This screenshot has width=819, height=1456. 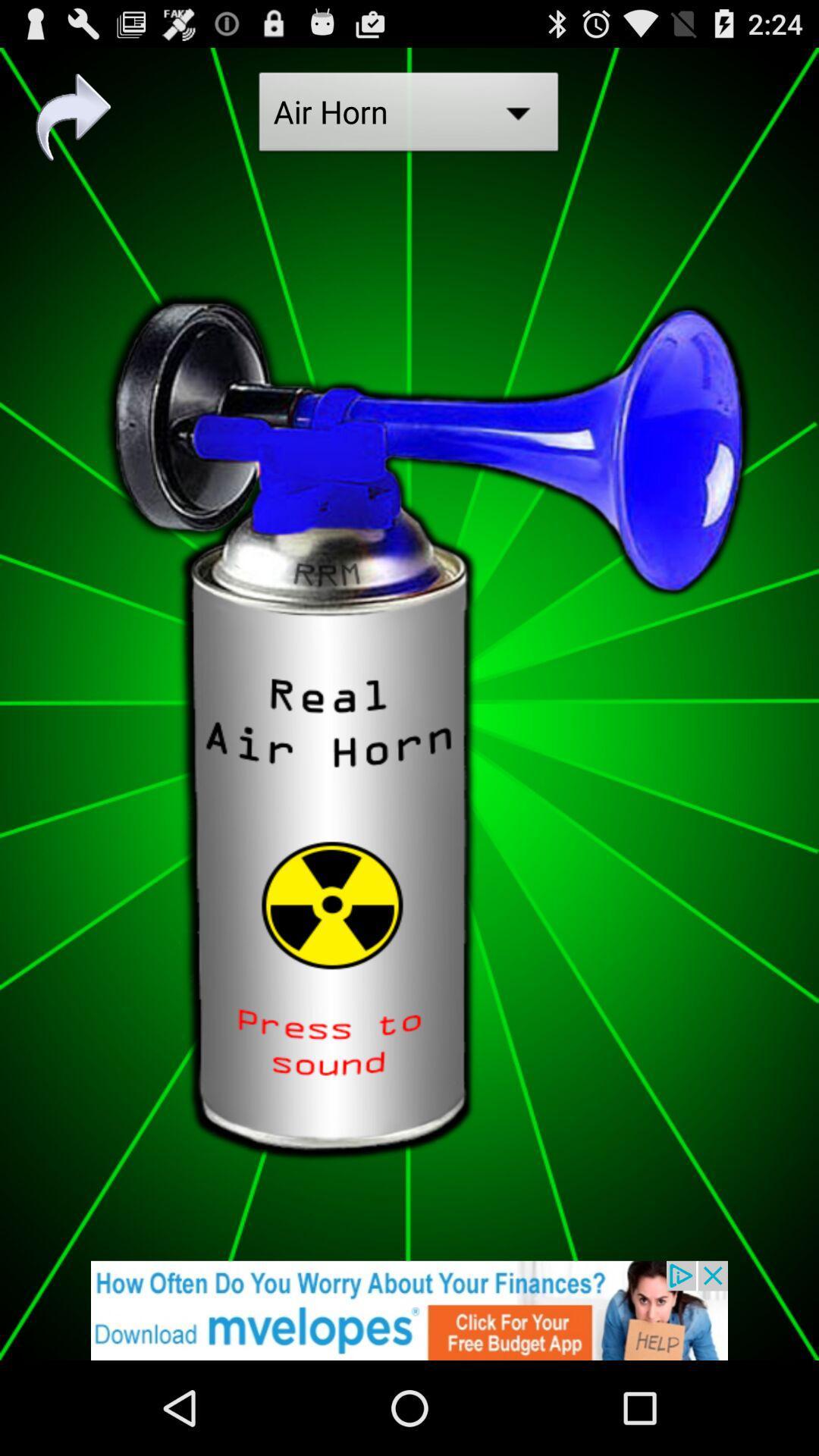 What do you see at coordinates (409, 1310) in the screenshot?
I see `click on advertisement` at bounding box center [409, 1310].